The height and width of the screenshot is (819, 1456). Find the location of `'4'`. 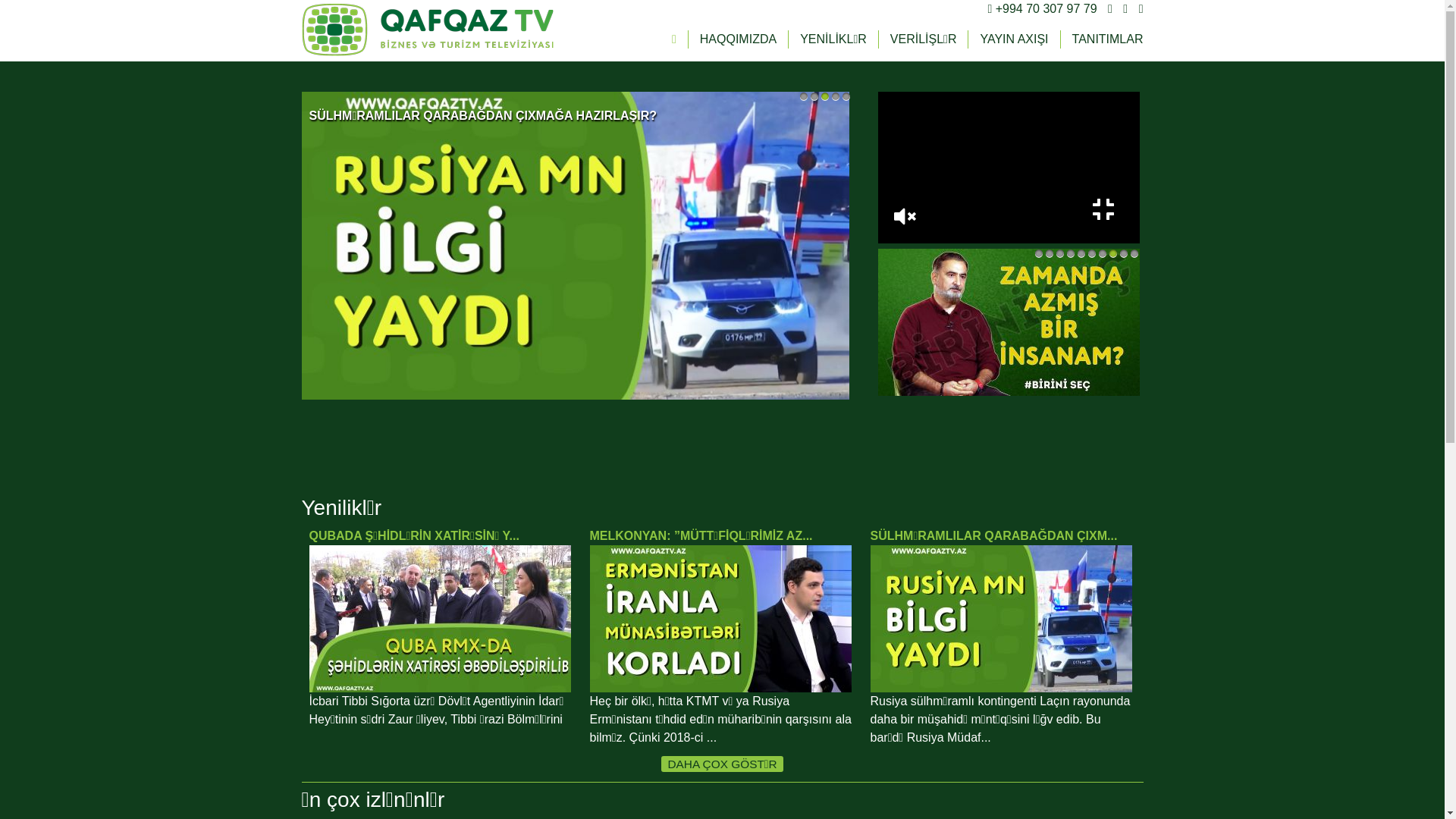

'4' is located at coordinates (1069, 253).